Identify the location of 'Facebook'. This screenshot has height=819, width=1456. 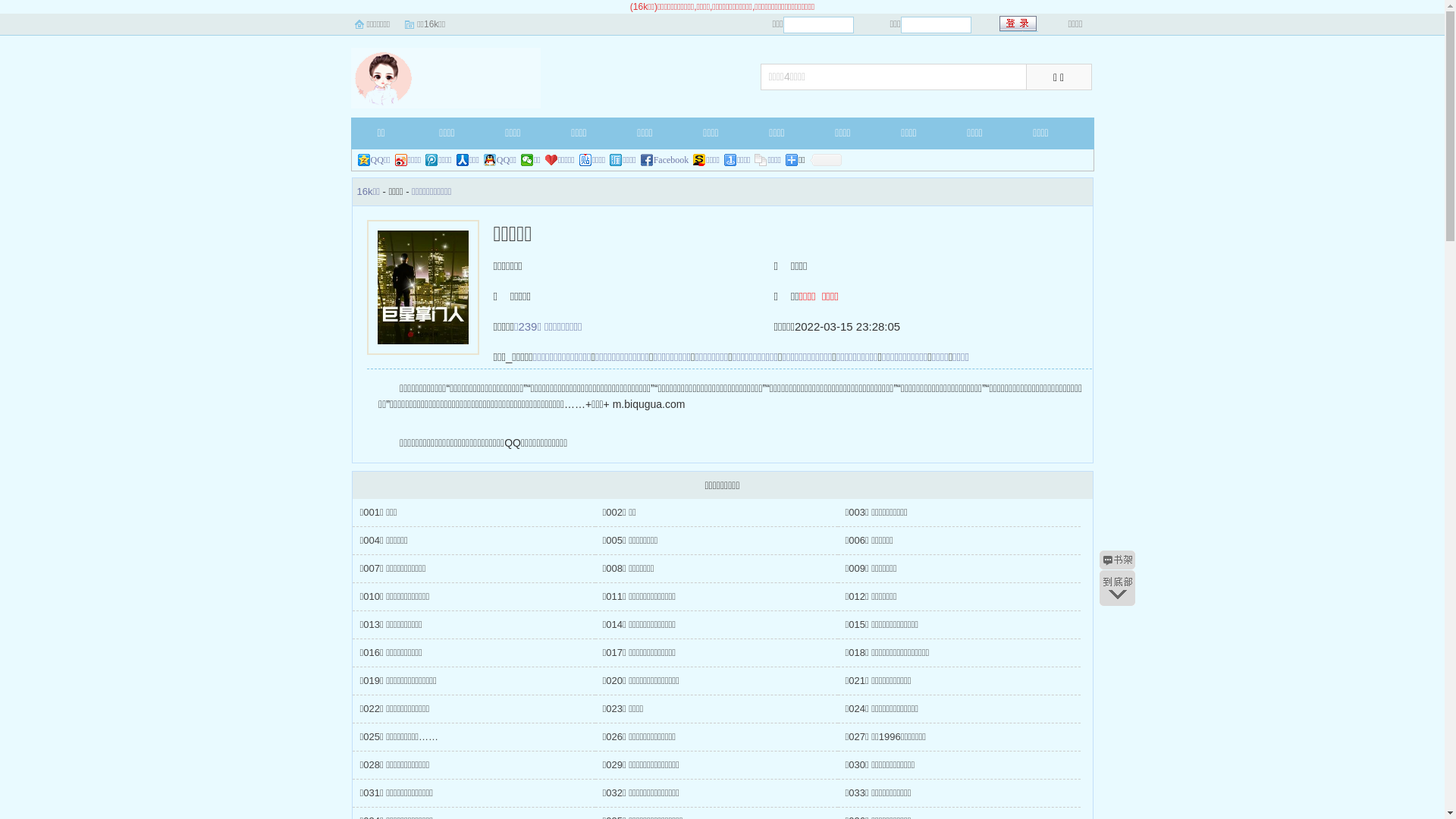
(665, 160).